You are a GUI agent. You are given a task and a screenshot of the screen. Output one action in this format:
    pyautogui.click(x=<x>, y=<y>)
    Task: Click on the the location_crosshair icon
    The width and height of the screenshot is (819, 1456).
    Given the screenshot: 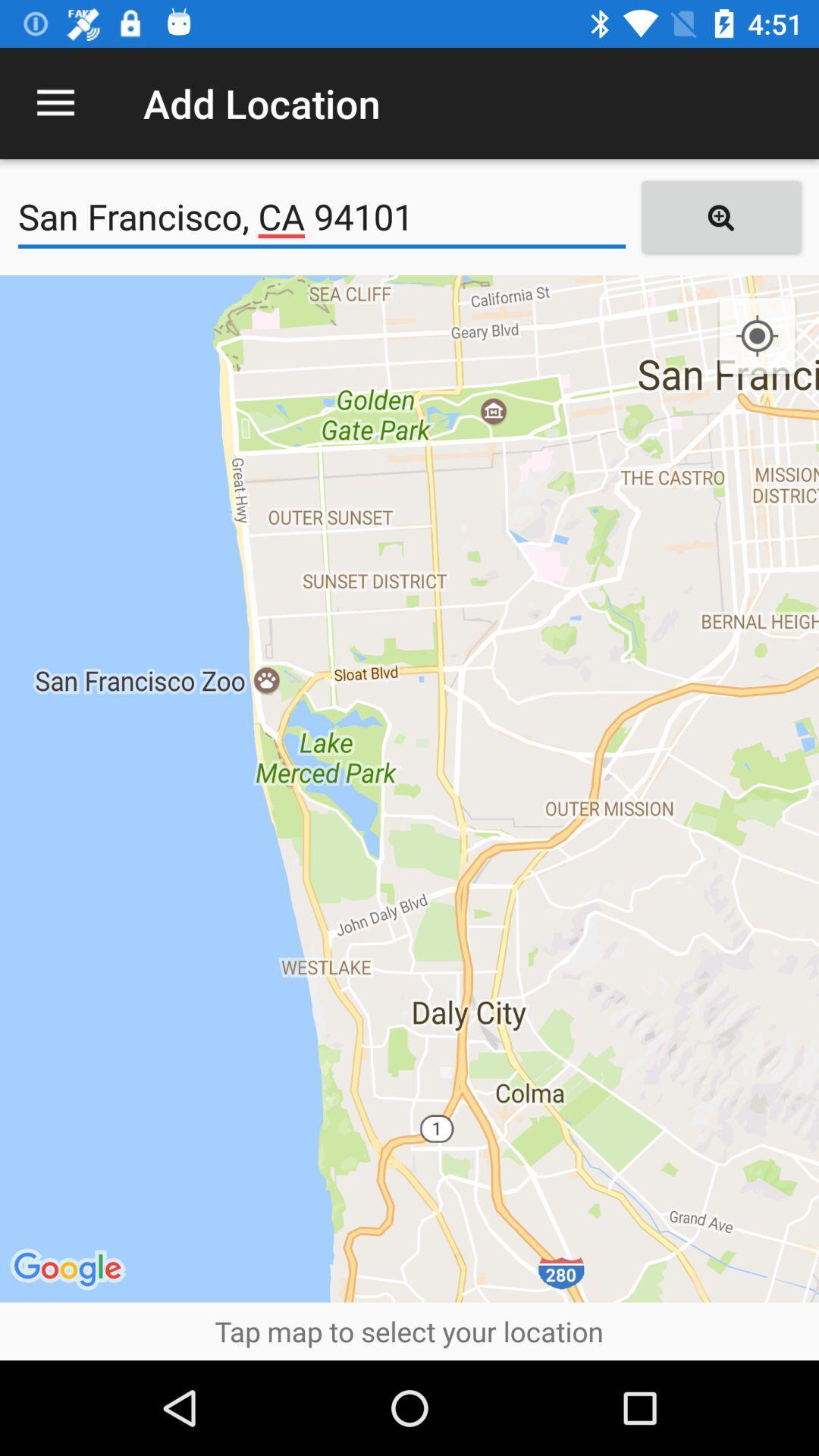 What is the action you would take?
    pyautogui.click(x=757, y=336)
    